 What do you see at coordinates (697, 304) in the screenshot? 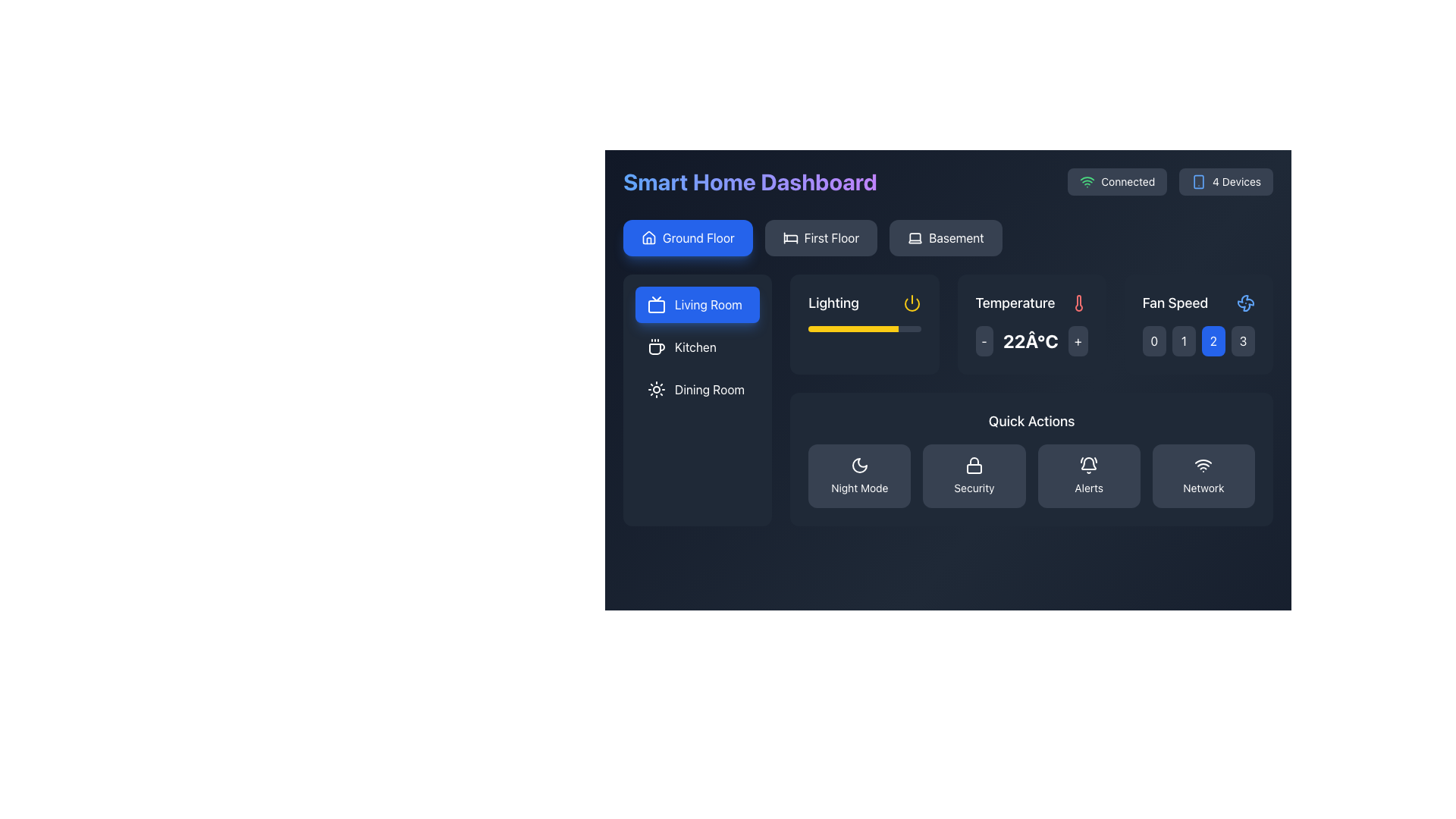
I see `the 'Living Room' button which is a rectangular button with rounded corners, solid blue color, featuring a TV icon on the left and the text 'Living Room' to its right, located in the vertical navigation panel on the left side of the interface` at bounding box center [697, 304].